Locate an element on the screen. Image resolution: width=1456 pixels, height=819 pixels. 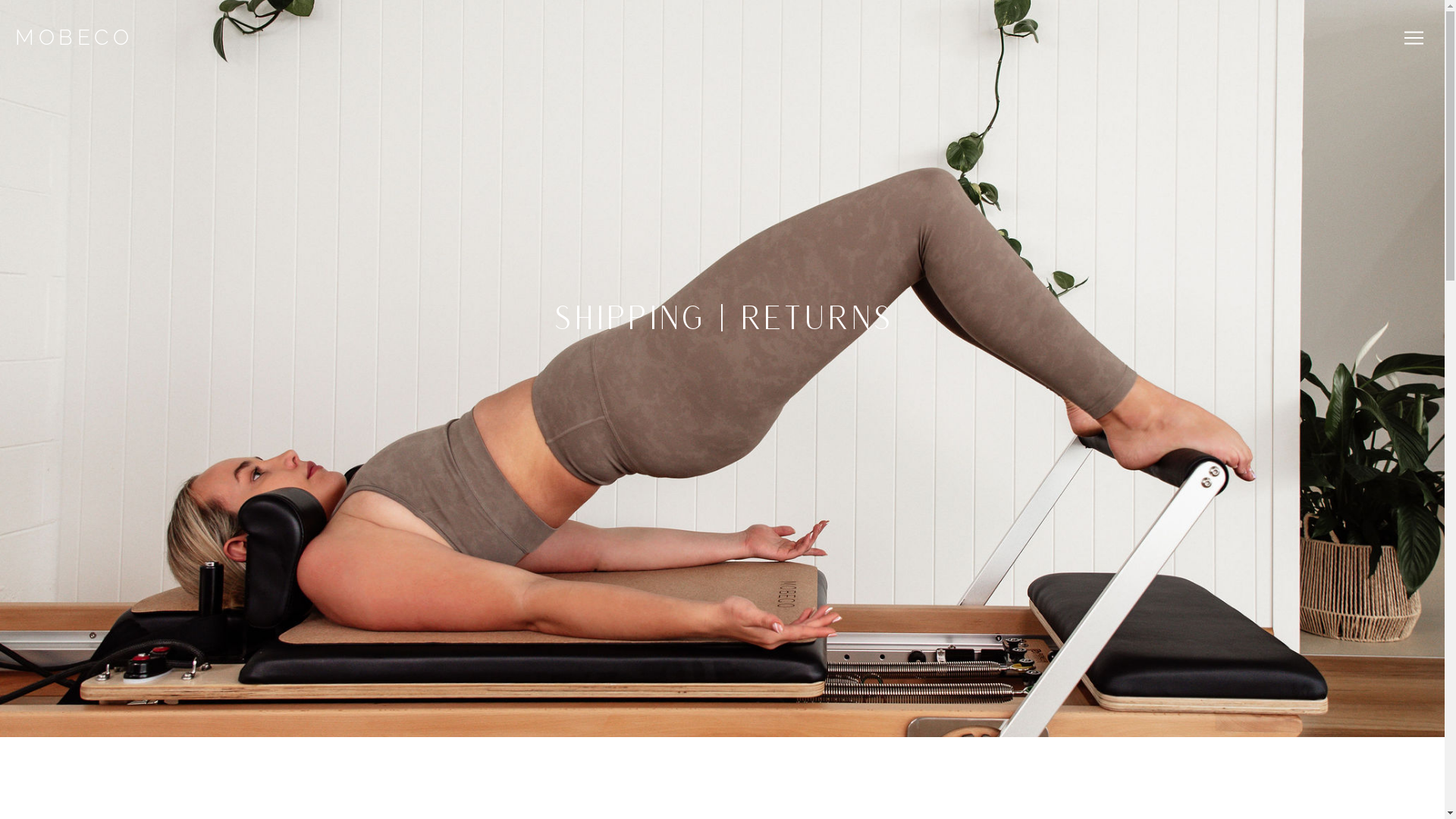
'MOBECO' is located at coordinates (71, 36).